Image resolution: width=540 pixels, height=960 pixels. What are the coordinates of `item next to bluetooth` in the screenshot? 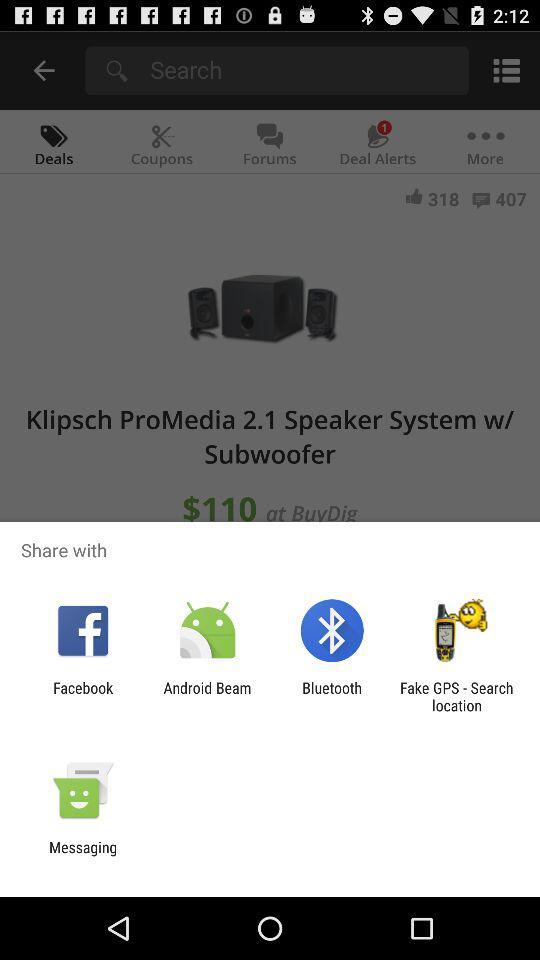 It's located at (456, 696).